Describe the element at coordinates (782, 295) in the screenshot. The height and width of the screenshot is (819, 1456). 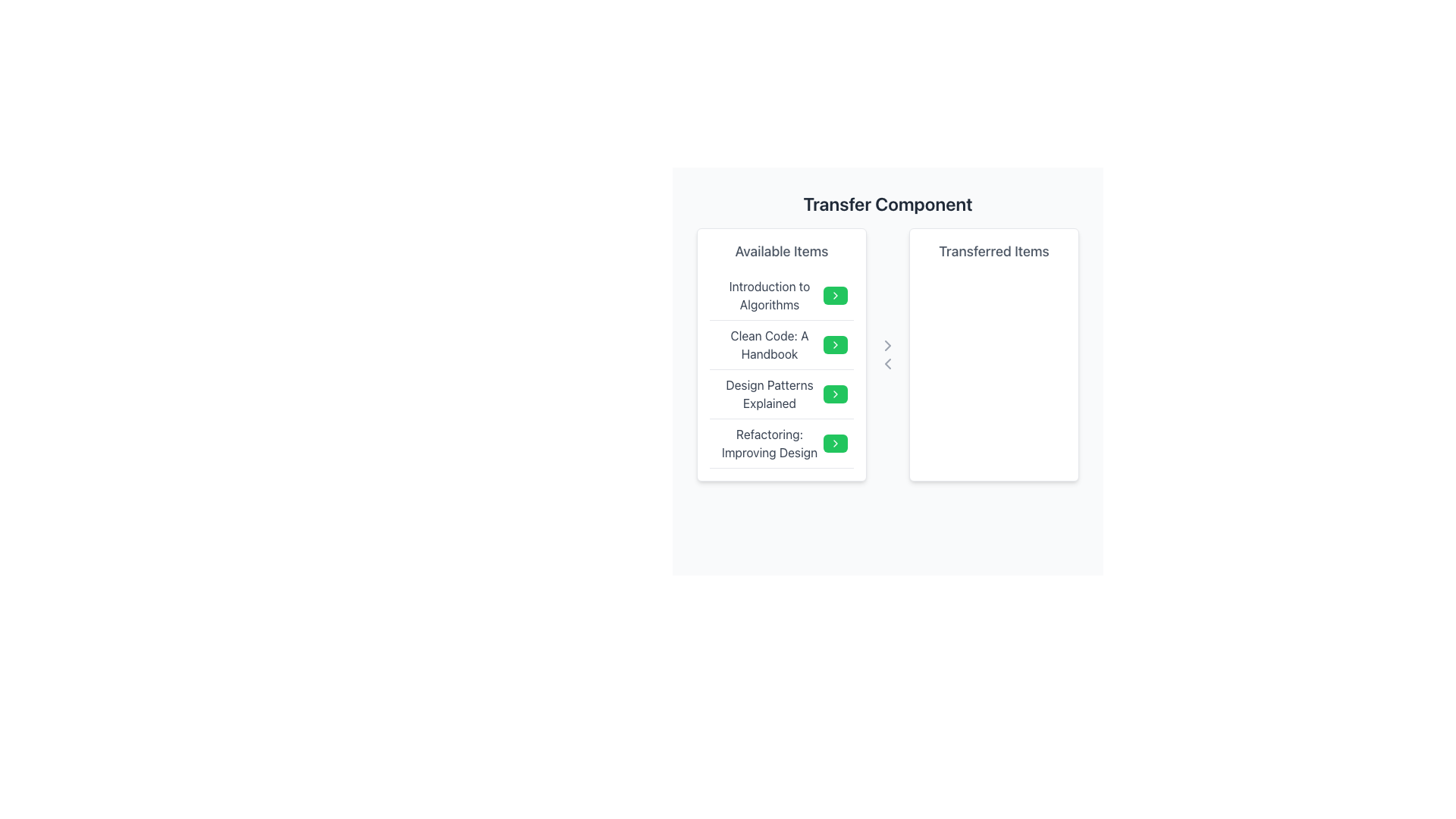
I see `the first list item in the 'Available Items' section, which contains the text 'Introduction to Algorithms' and a green navigation button` at that location.